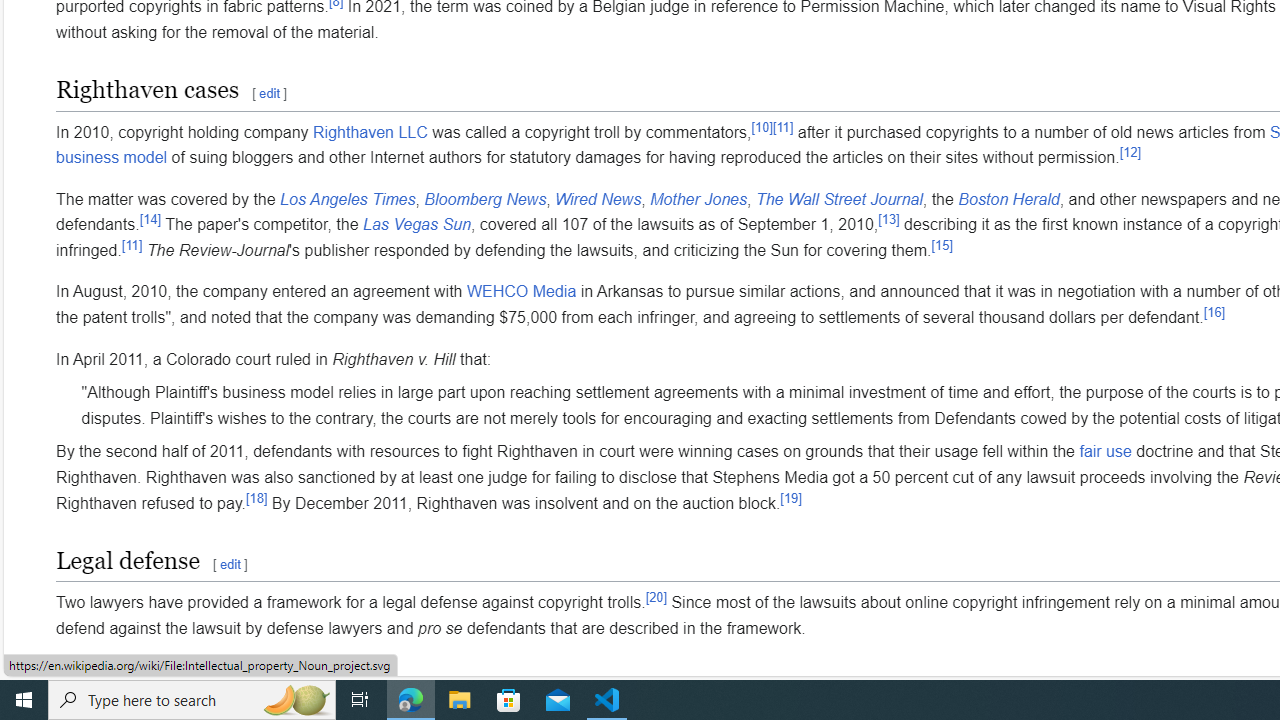 The width and height of the screenshot is (1280, 720). What do you see at coordinates (485, 199) in the screenshot?
I see `'Bloomberg News'` at bounding box center [485, 199].